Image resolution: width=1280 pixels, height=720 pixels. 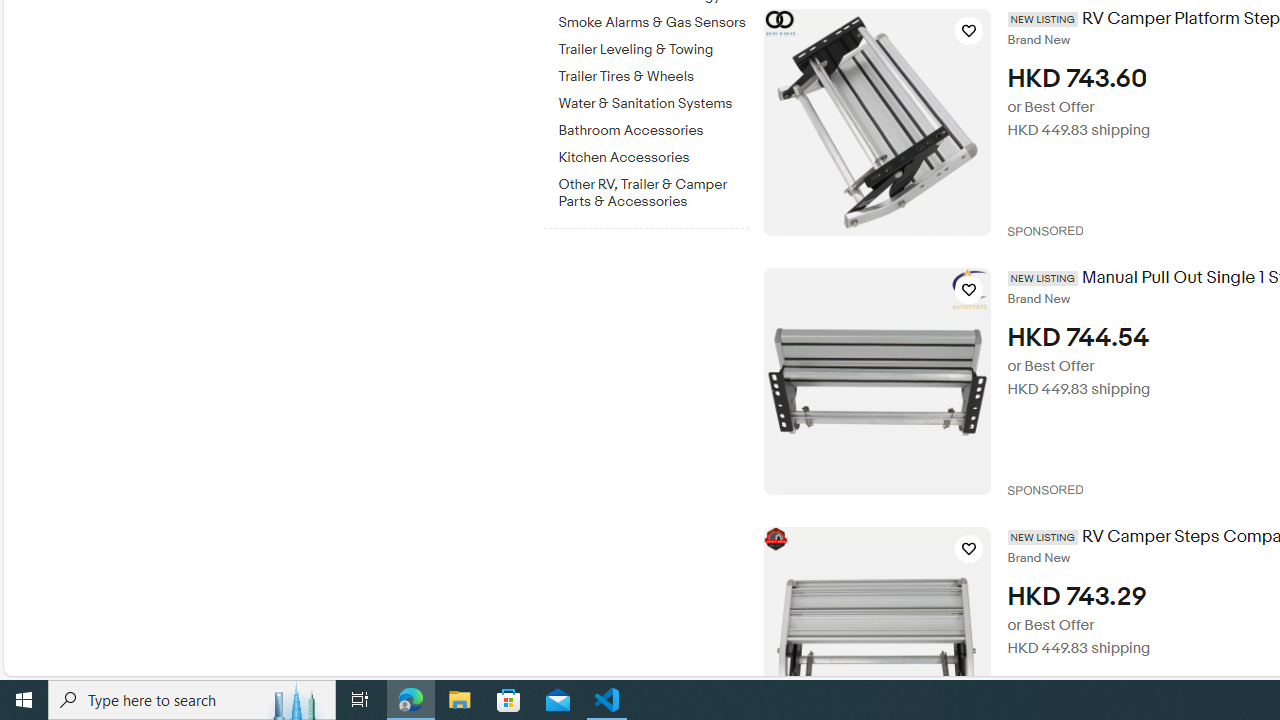 What do you see at coordinates (653, 19) in the screenshot?
I see `'Smoke Alarms & Gas Sensors'` at bounding box center [653, 19].